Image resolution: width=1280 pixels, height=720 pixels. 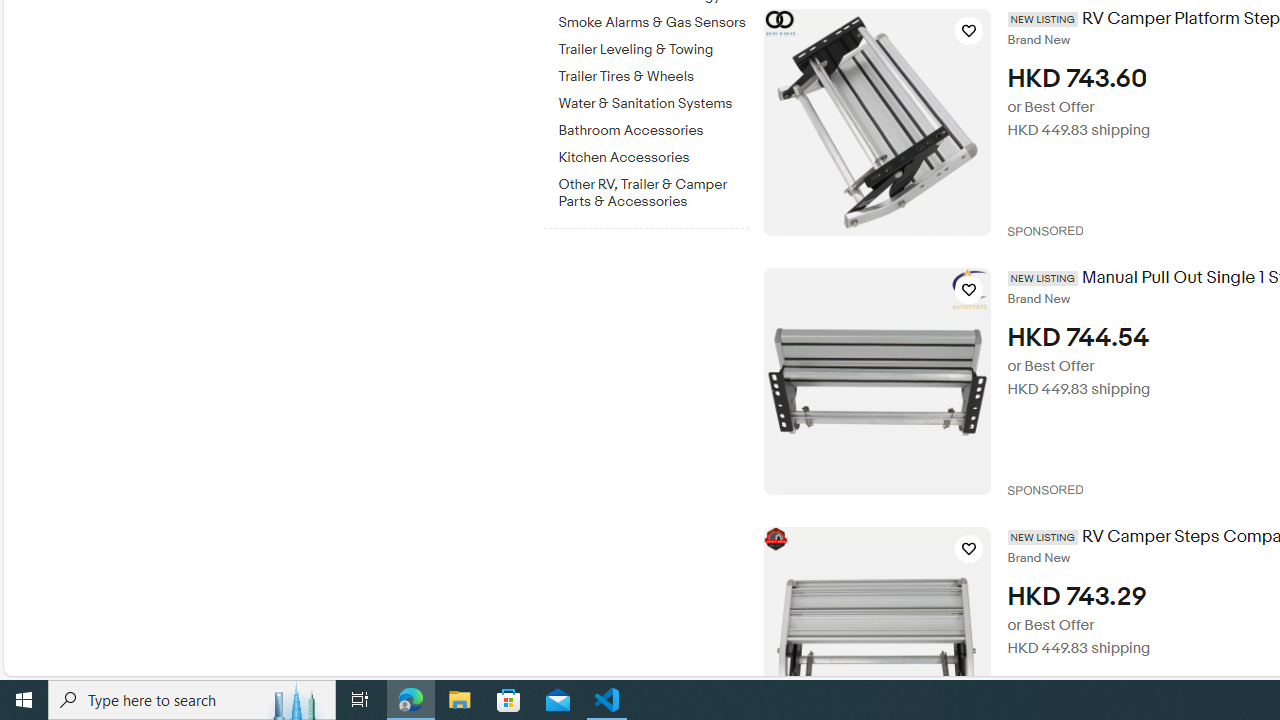 What do you see at coordinates (653, 19) in the screenshot?
I see `'Smoke Alarms & Gas Sensors'` at bounding box center [653, 19].